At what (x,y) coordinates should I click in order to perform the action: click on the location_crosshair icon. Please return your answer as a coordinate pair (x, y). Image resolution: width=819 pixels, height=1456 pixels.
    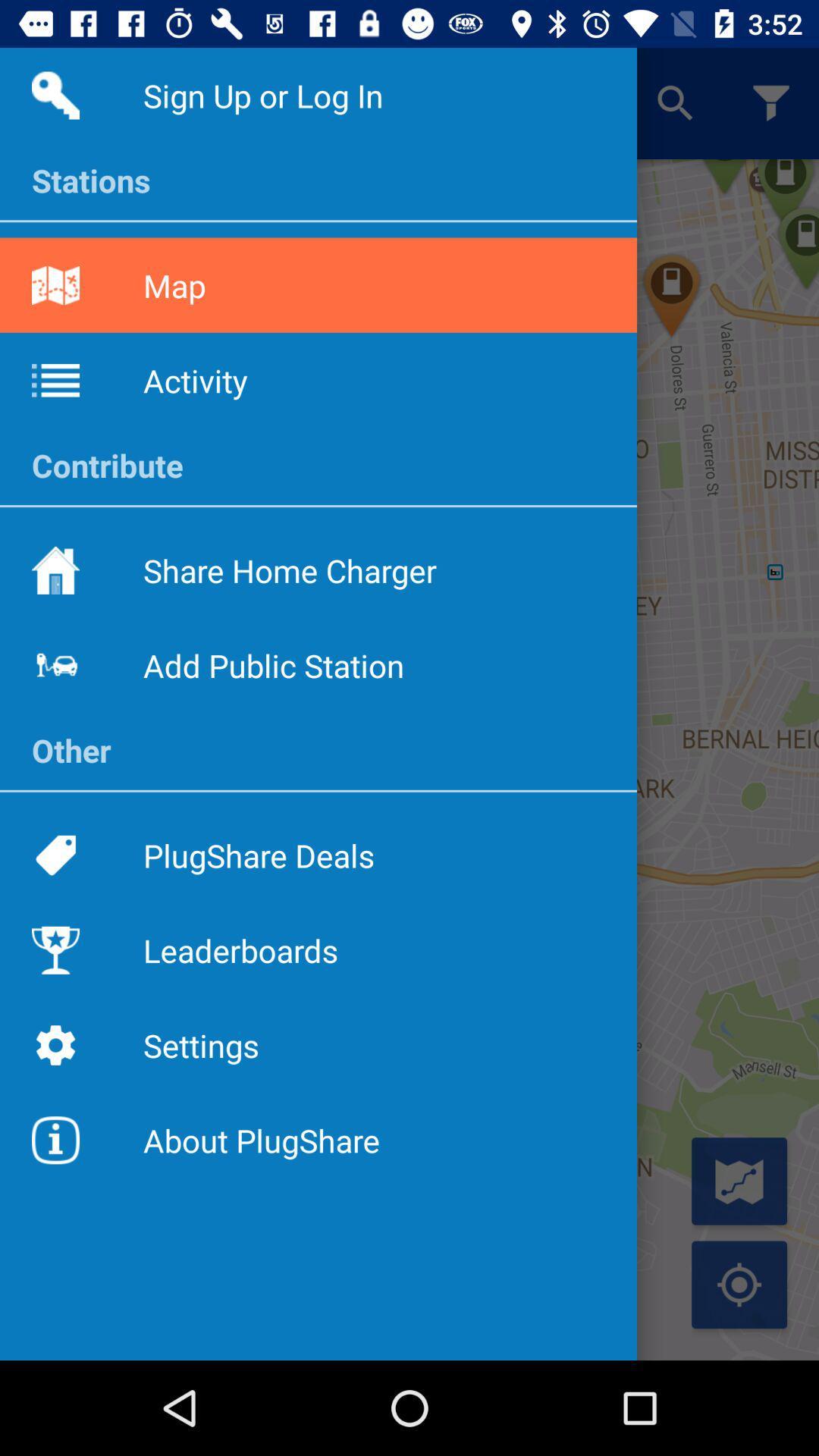
    Looking at the image, I should click on (739, 1284).